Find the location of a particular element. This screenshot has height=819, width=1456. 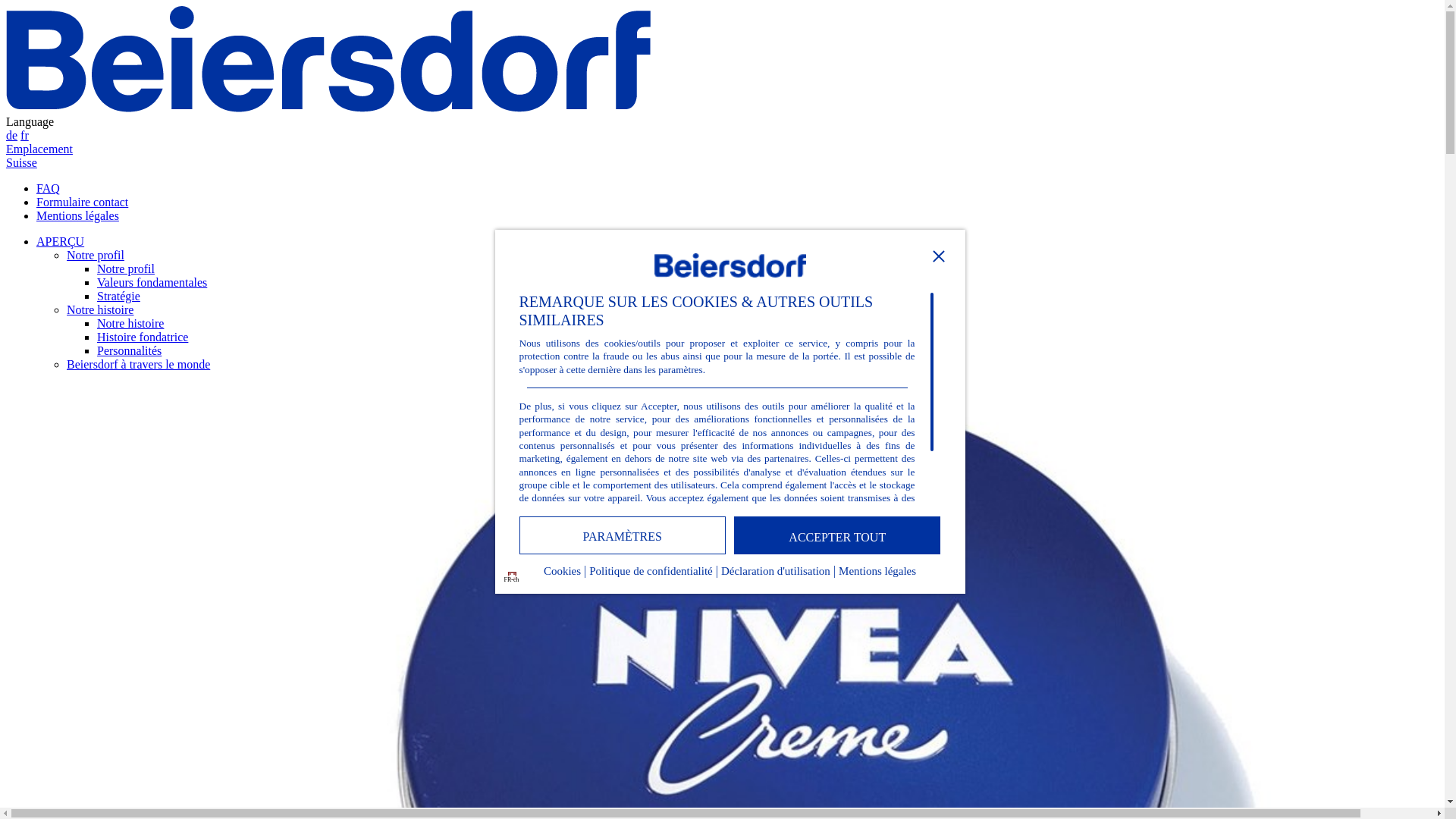

'Valeurs fondamentales' is located at coordinates (152, 282).